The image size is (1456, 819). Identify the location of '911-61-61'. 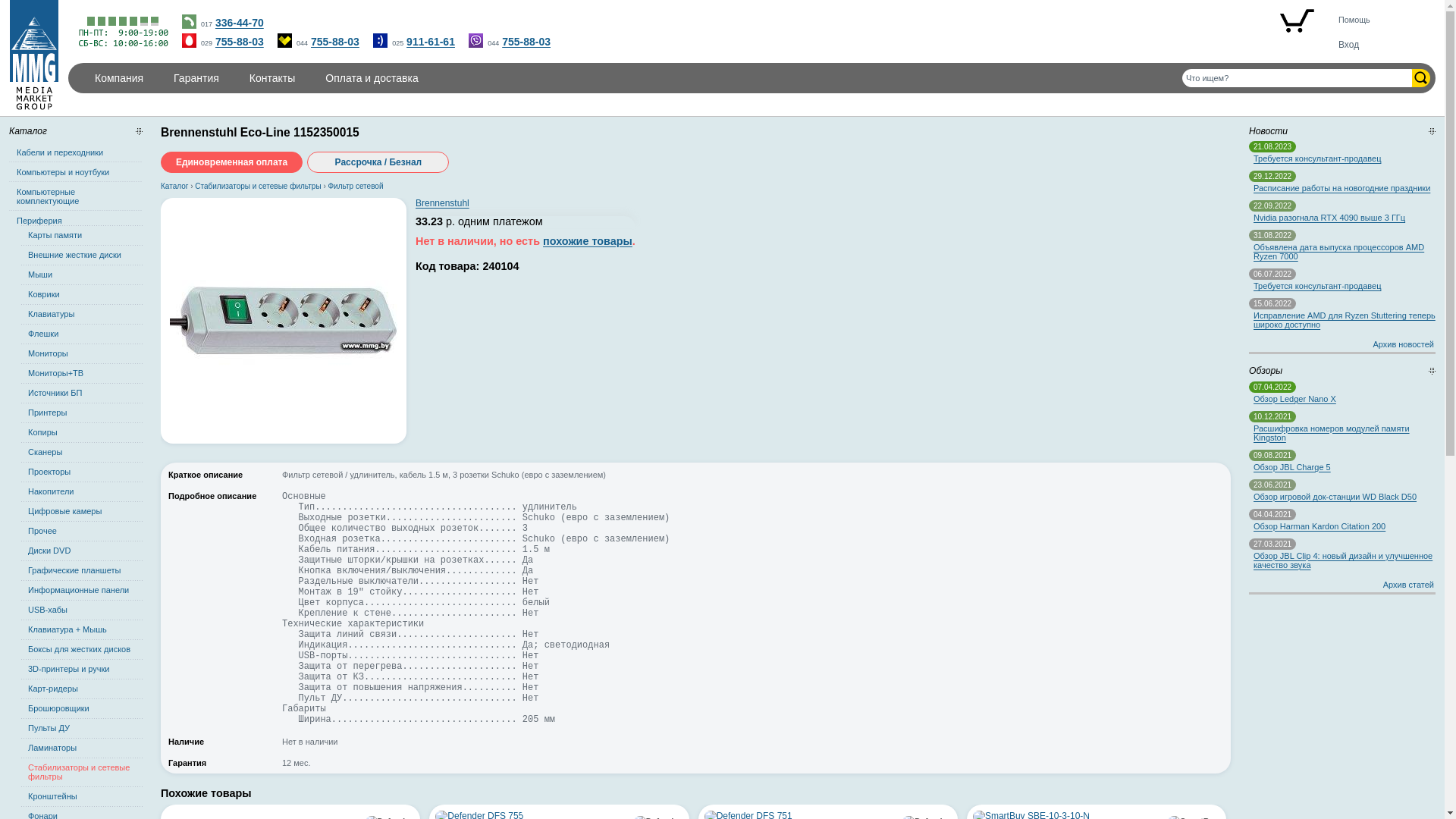
(429, 40).